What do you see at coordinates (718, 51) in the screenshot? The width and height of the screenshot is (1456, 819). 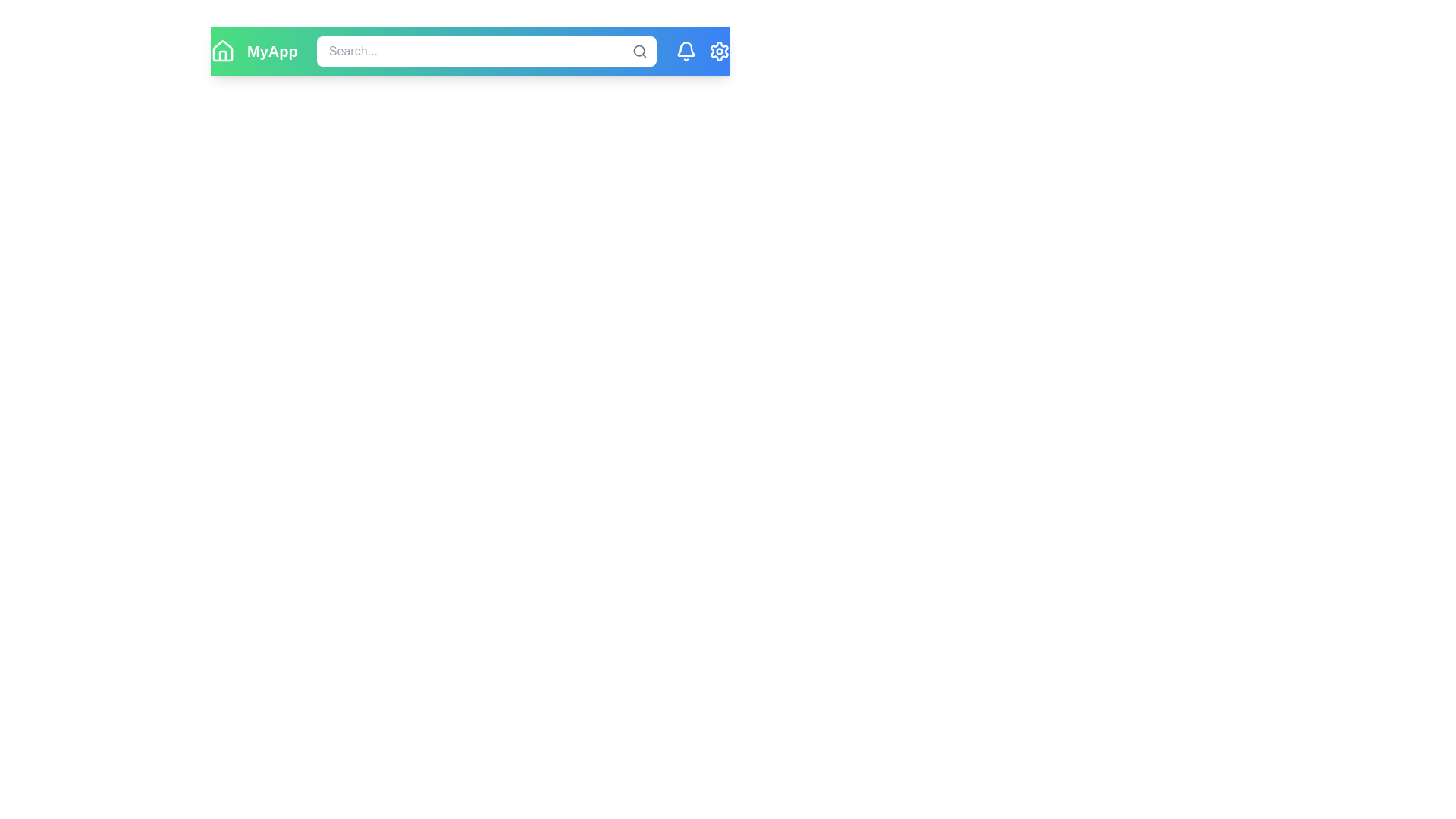 I see `the Settings icon in the app bar` at bounding box center [718, 51].